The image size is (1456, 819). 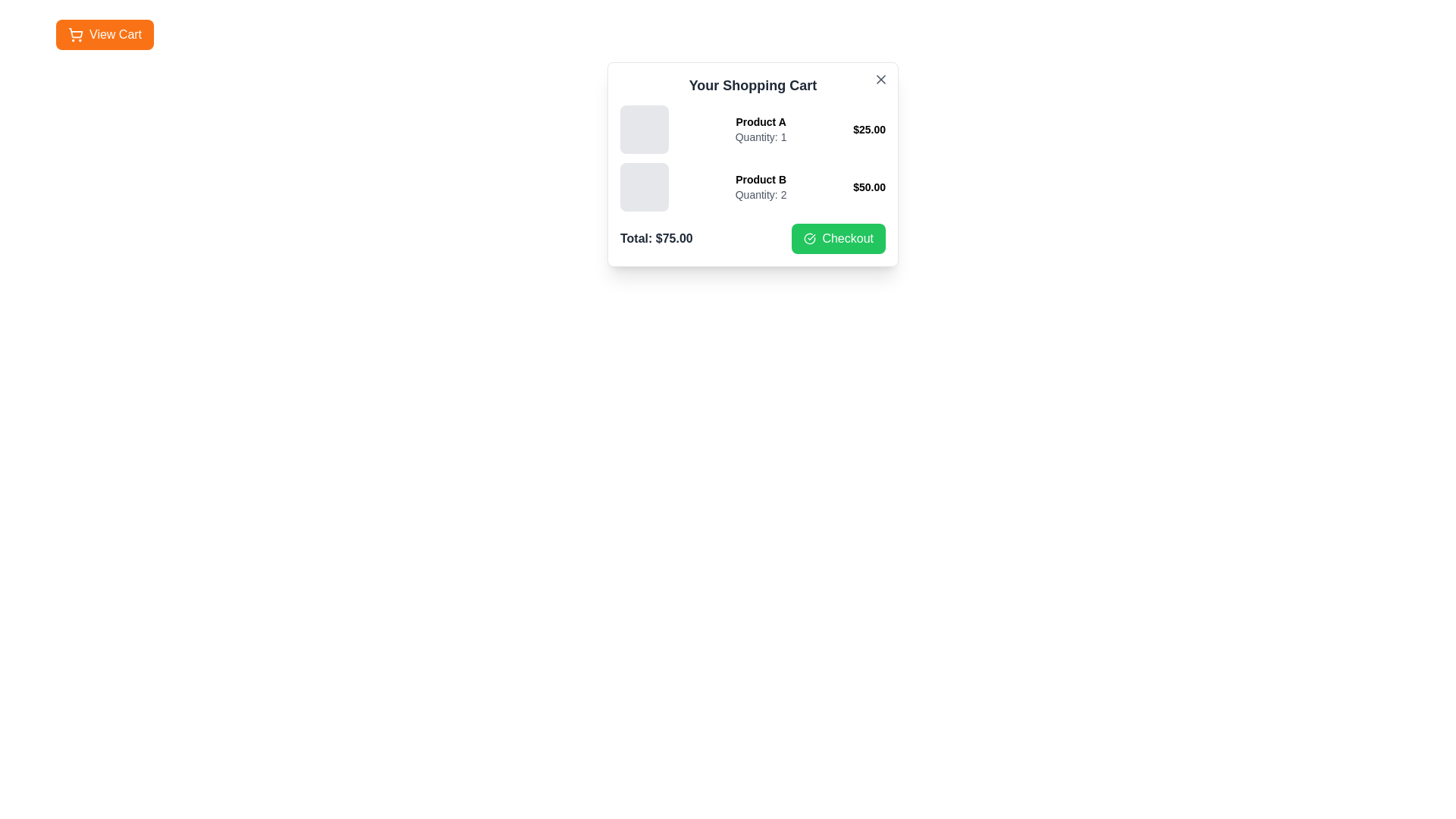 I want to click on the soft gray square decorative box located on the left side of the group in the shopping cart interface, so click(x=644, y=186).